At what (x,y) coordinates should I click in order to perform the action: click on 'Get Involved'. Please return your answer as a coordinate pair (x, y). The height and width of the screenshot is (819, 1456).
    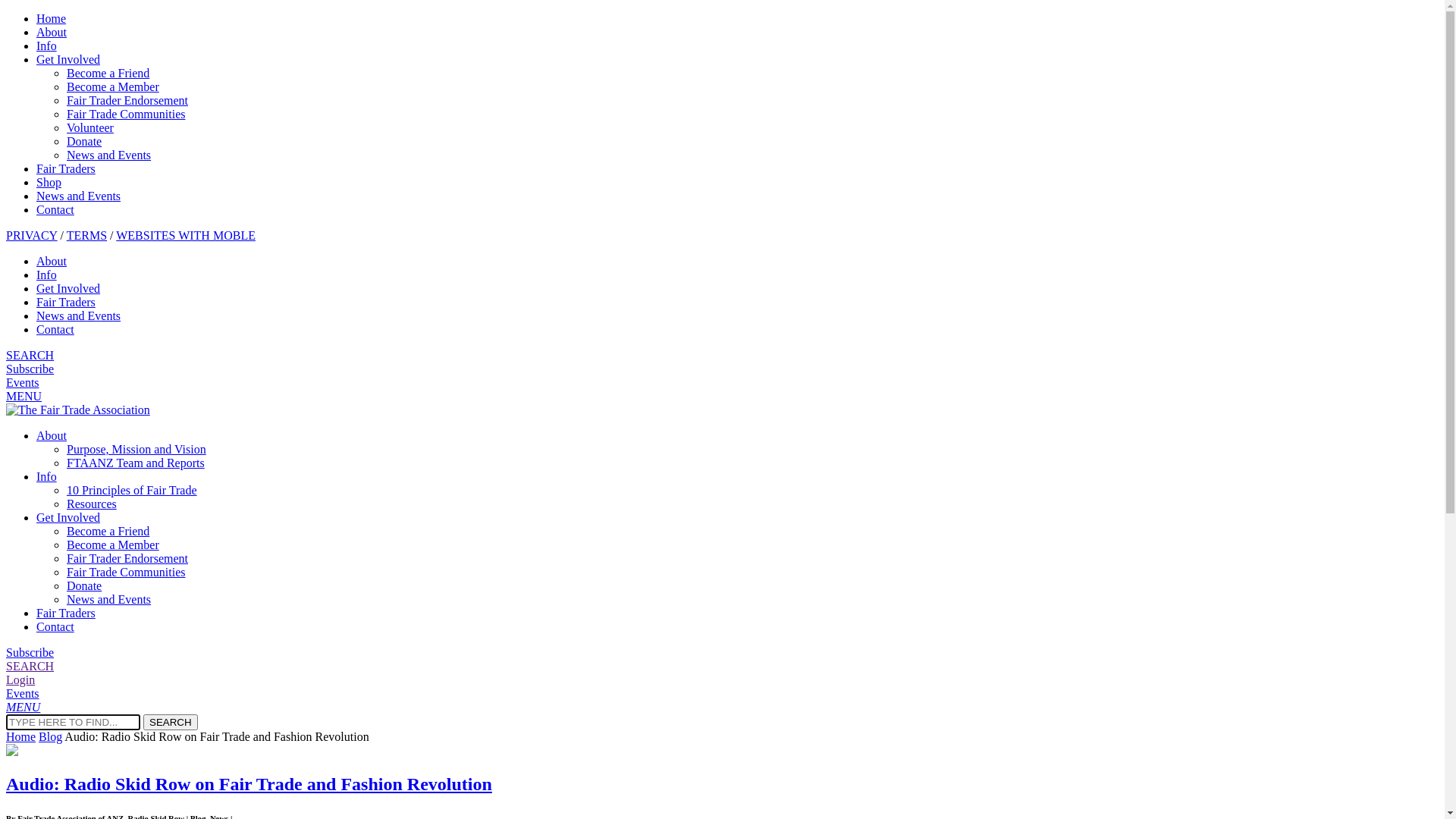
    Looking at the image, I should click on (67, 288).